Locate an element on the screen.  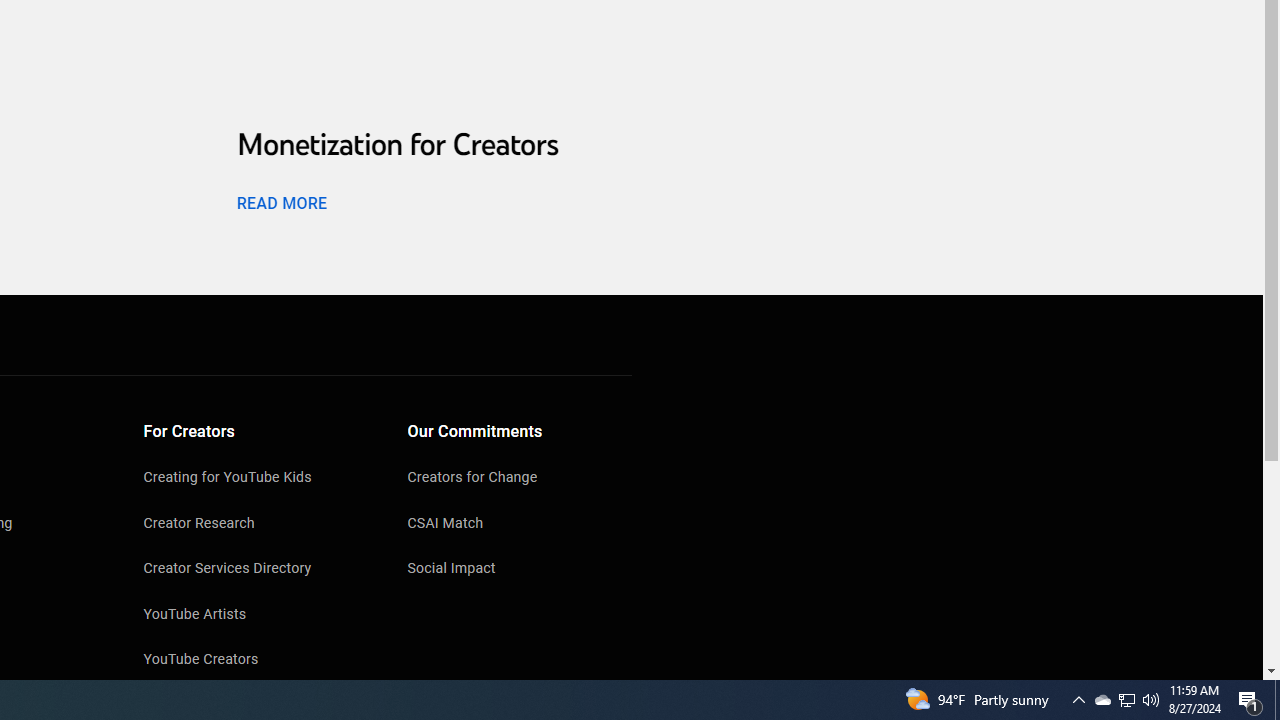
'YouTube Creators' is located at coordinates (255, 661).